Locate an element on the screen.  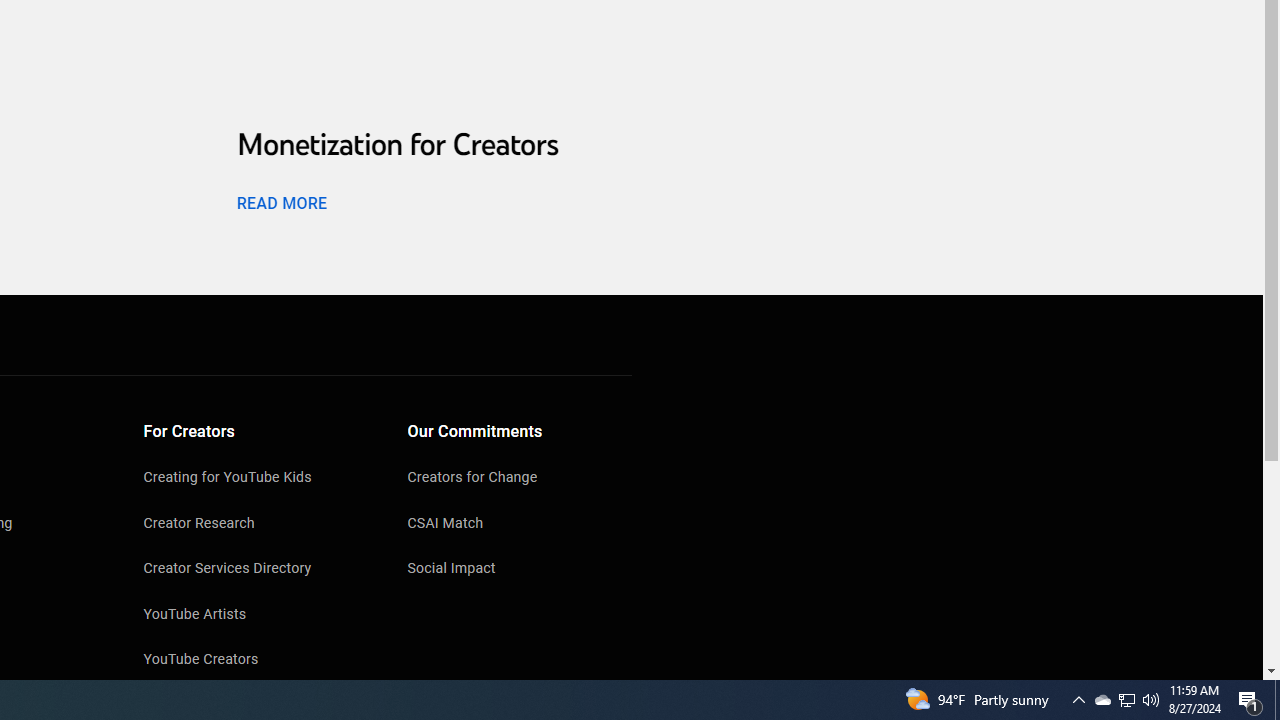
'YouTube Creators' is located at coordinates (255, 661).